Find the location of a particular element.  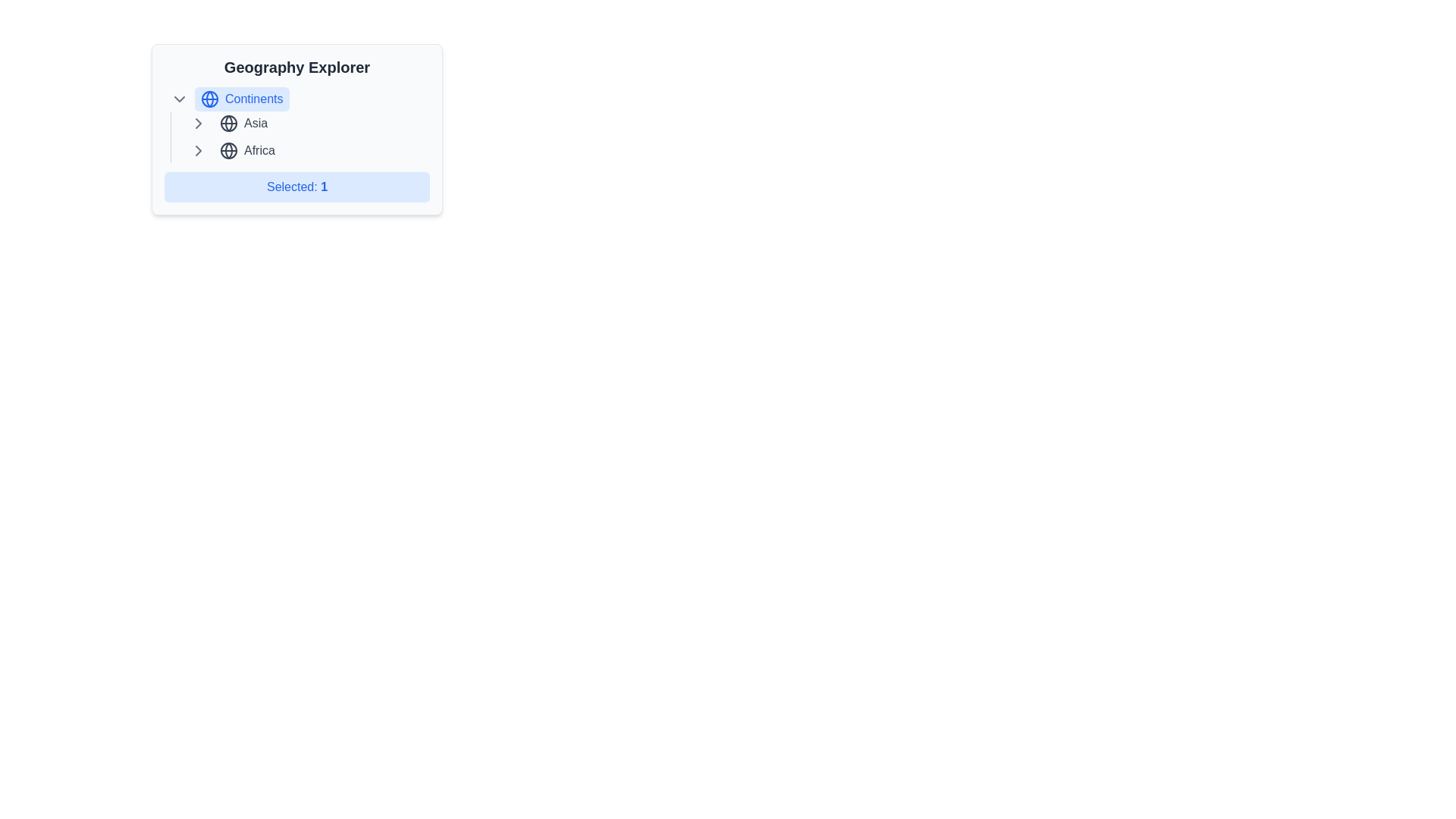

the interactive chevron icon located to the immediate left of the 'Africa' label text is located at coordinates (198, 151).